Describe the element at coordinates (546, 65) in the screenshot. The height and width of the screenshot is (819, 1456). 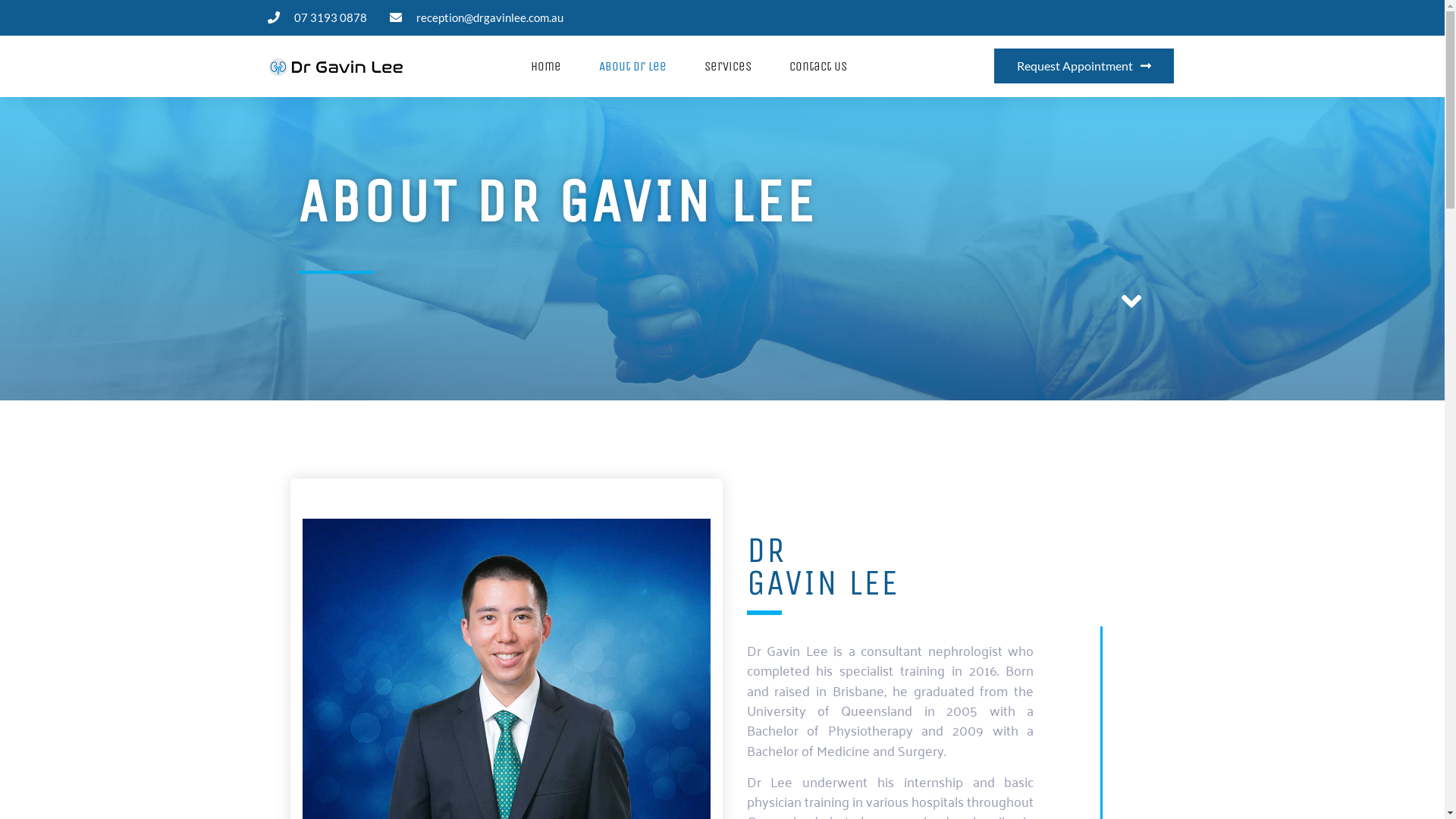
I see `'Home'` at that location.